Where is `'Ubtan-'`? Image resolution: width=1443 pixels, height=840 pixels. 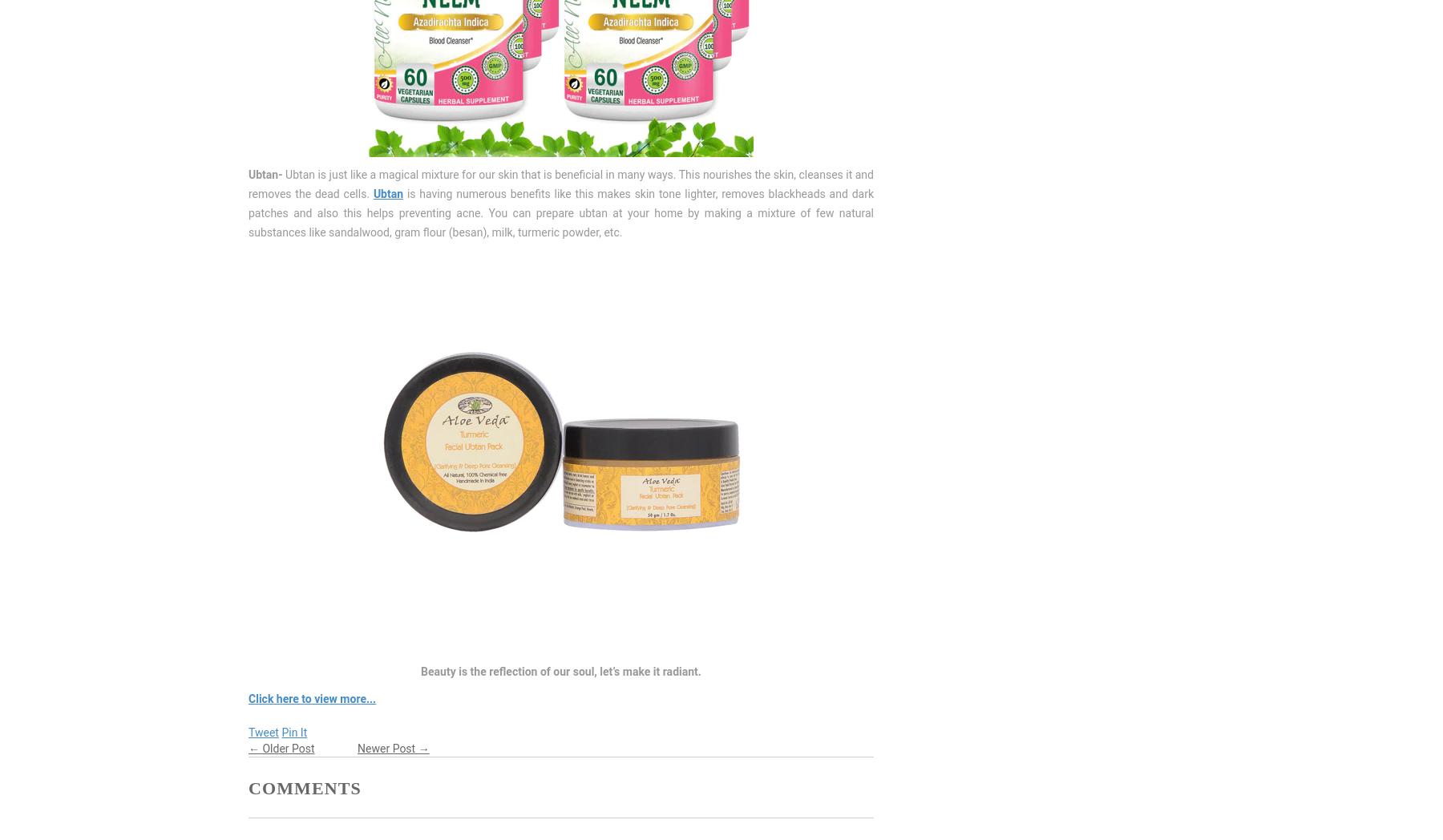
'Ubtan-' is located at coordinates (266, 173).